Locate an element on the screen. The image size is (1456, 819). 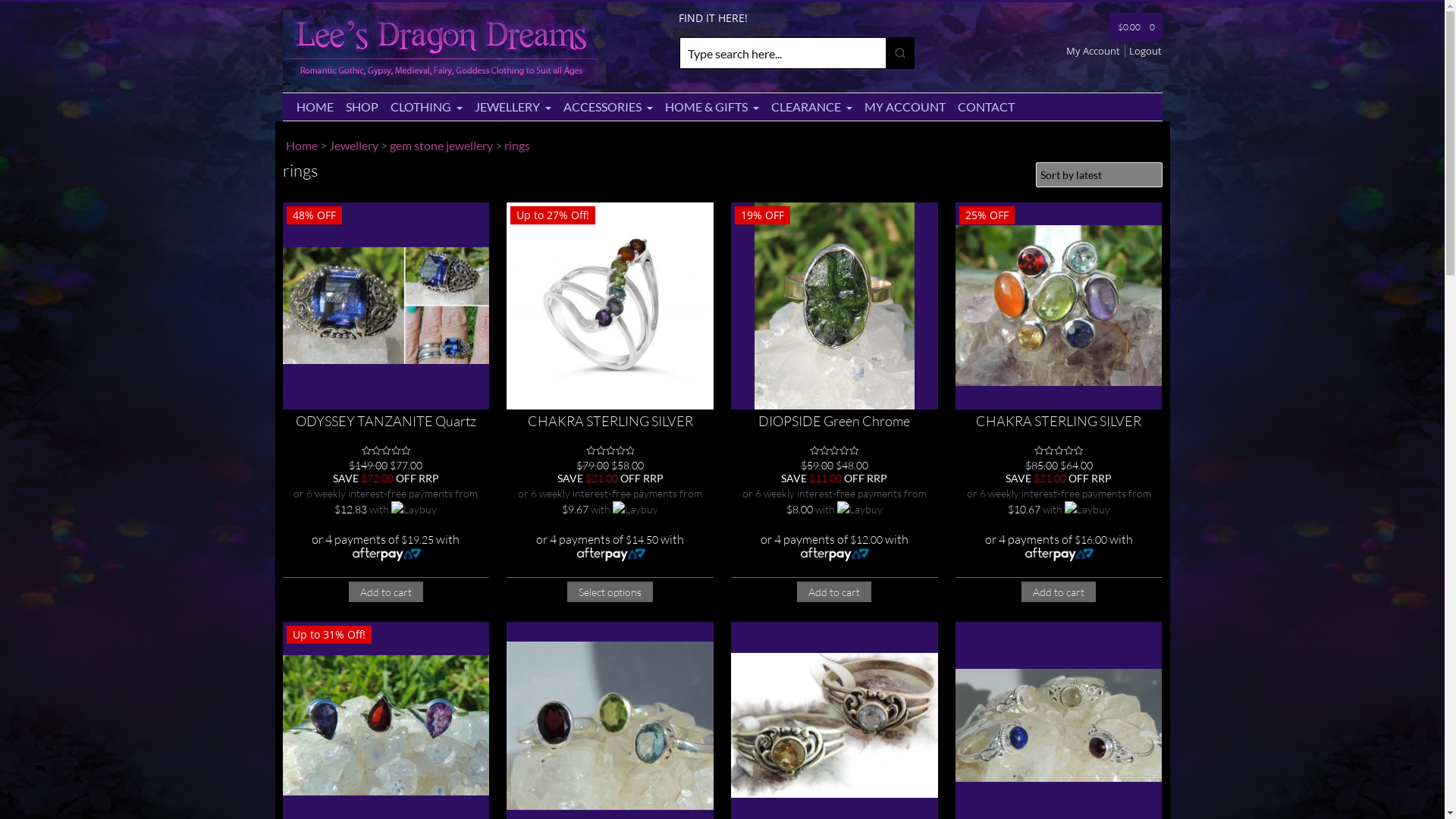
'CONTACT' is located at coordinates (985, 106).